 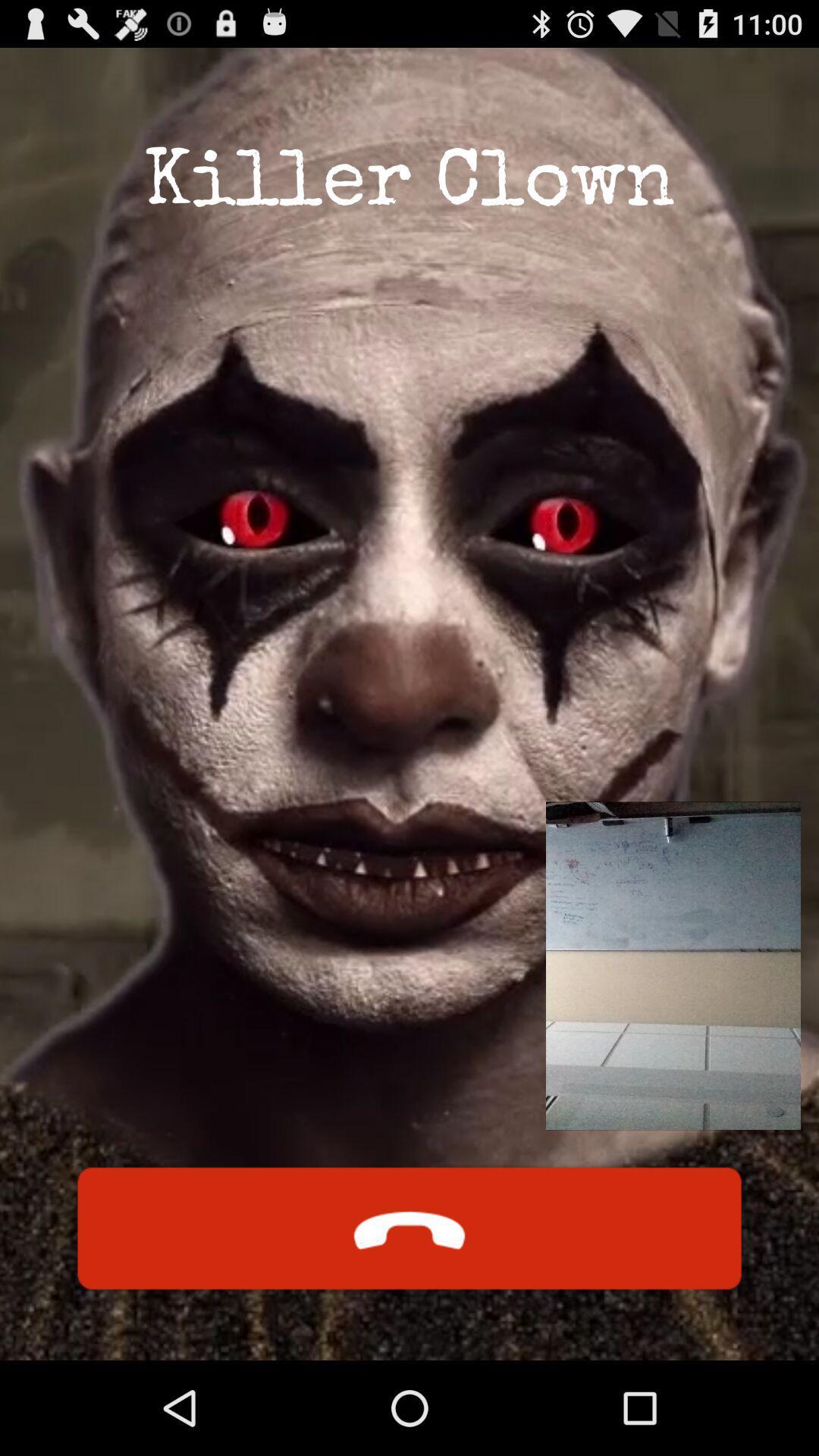 What do you see at coordinates (409, 1228) in the screenshot?
I see `hang up the call` at bounding box center [409, 1228].